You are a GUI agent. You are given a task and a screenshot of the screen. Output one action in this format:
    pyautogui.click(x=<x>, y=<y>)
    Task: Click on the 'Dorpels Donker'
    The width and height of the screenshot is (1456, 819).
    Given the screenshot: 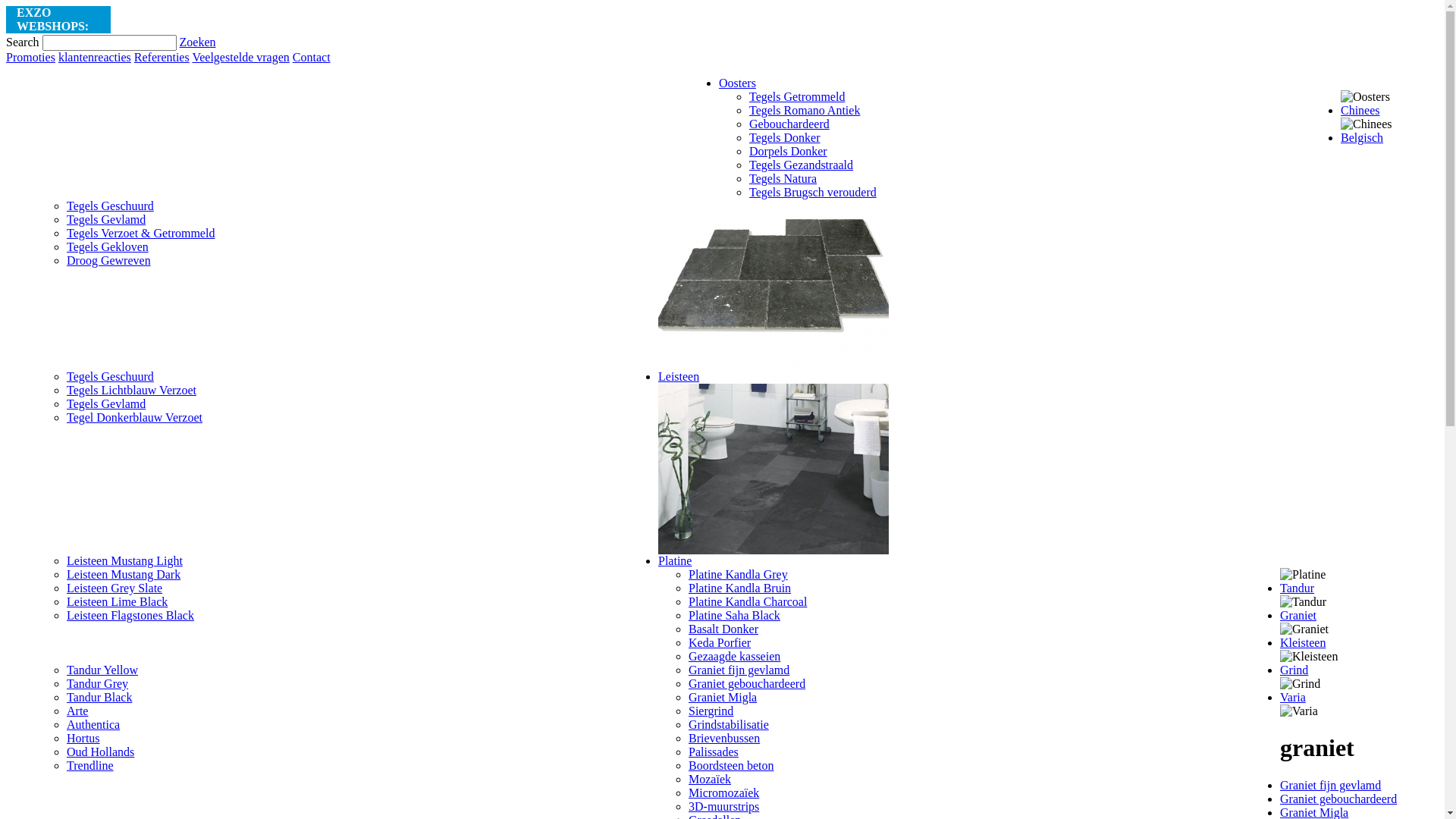 What is the action you would take?
    pyautogui.click(x=788, y=151)
    